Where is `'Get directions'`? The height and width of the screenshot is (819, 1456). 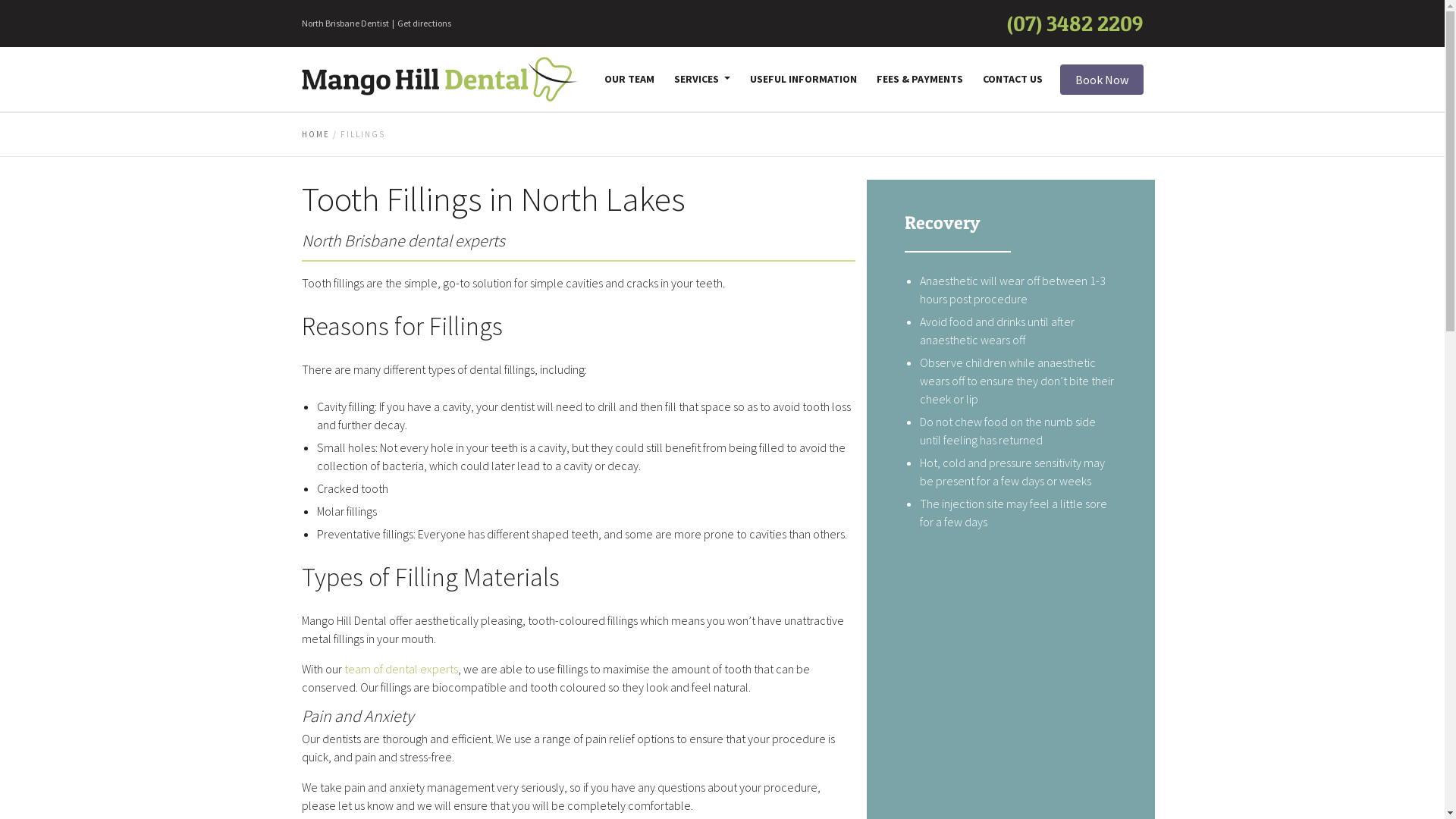
'Get directions' is located at coordinates (397, 23).